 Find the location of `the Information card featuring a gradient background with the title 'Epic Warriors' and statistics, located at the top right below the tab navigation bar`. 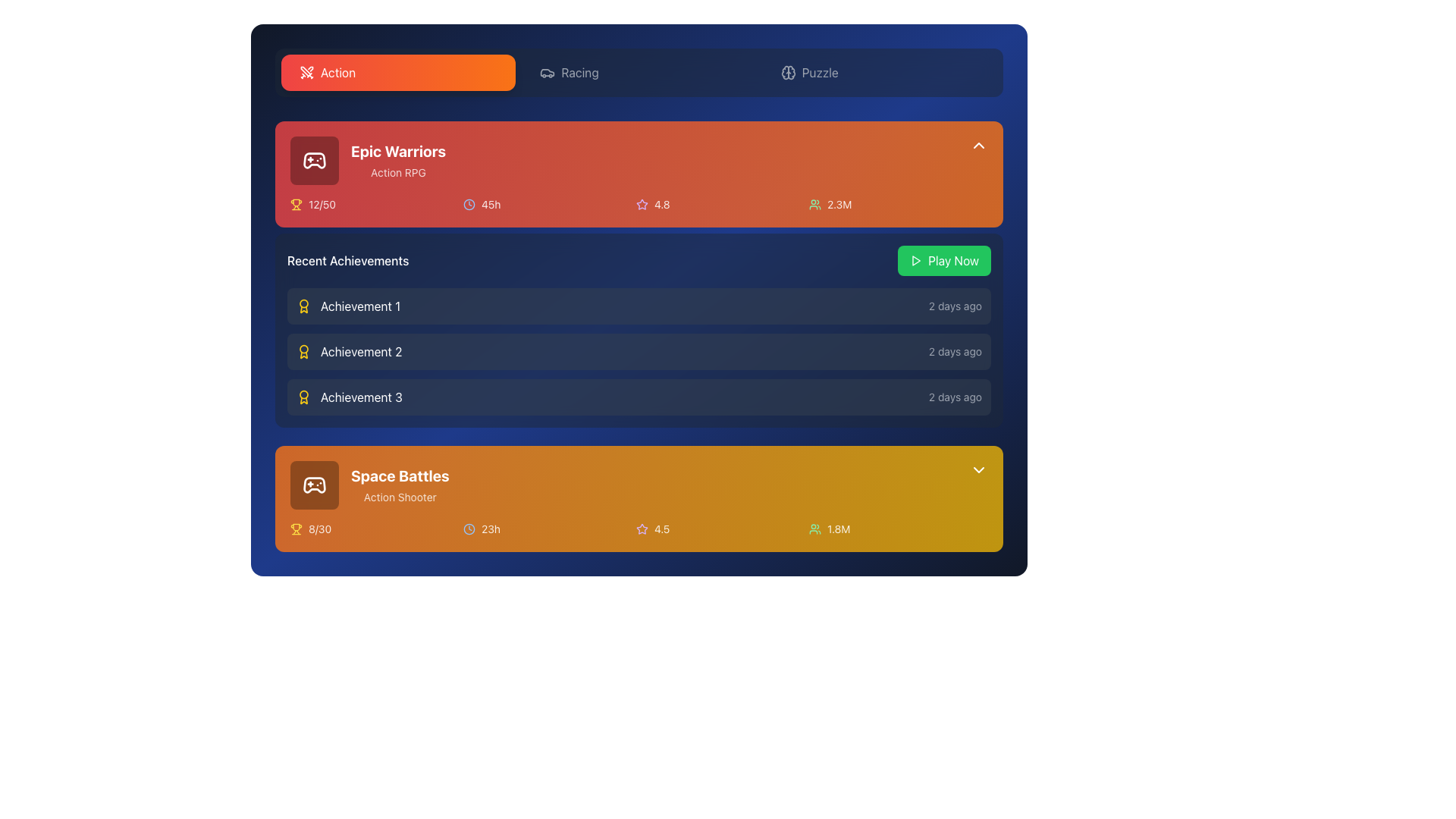

the Information card featuring a gradient background with the title 'Epic Warriors' and statistics, located at the top right below the tab navigation bar is located at coordinates (639, 174).